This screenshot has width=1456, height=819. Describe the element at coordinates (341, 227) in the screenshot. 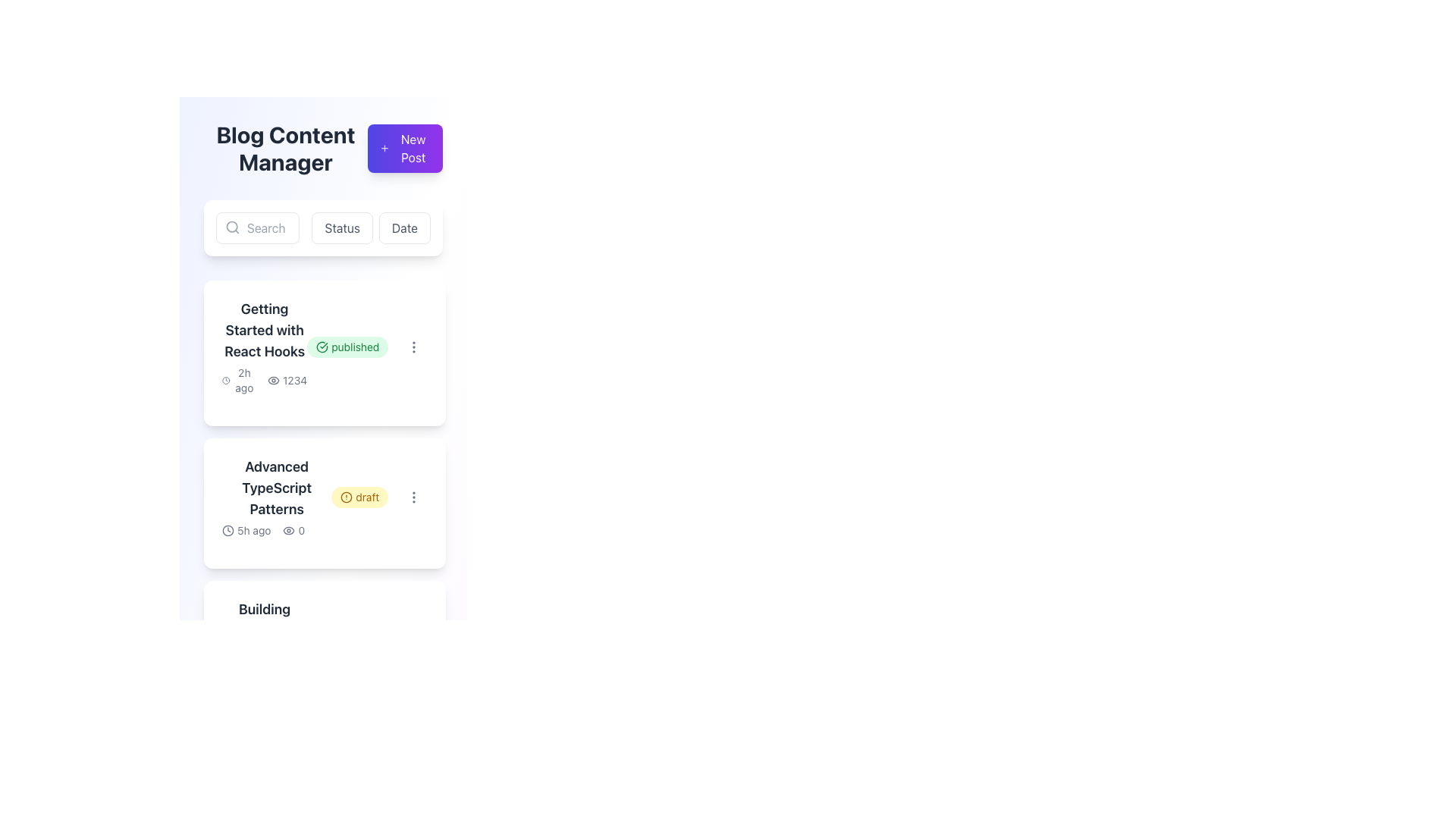

I see `the 'Status' button, which is a rectangular button with rounded corners displaying the text 'Status' in medium-gray font` at that location.